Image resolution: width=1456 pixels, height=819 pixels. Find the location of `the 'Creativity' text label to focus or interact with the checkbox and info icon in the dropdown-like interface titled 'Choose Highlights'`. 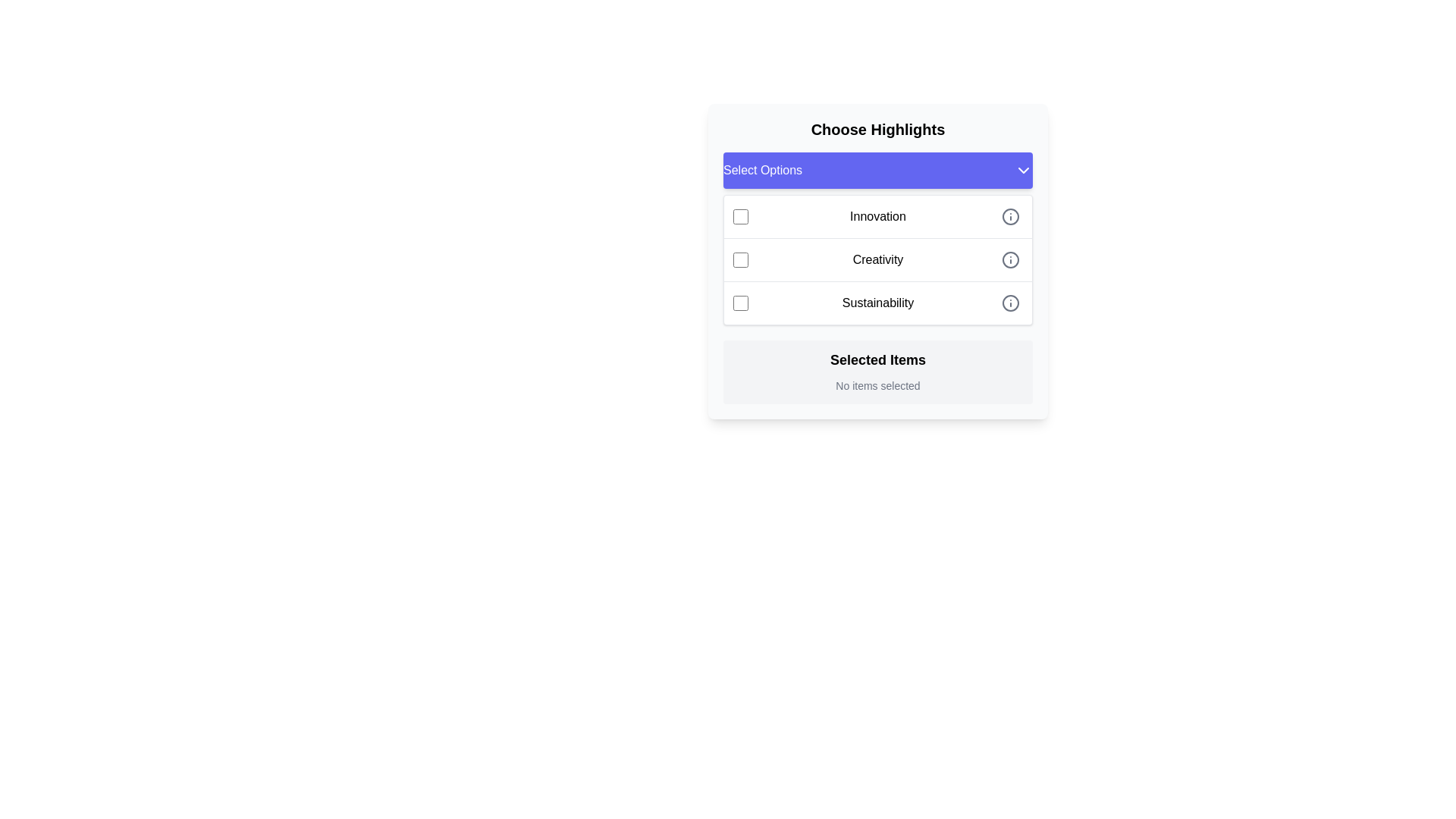

the 'Creativity' text label to focus or interact with the checkbox and info icon in the dropdown-like interface titled 'Choose Highlights' is located at coordinates (877, 259).